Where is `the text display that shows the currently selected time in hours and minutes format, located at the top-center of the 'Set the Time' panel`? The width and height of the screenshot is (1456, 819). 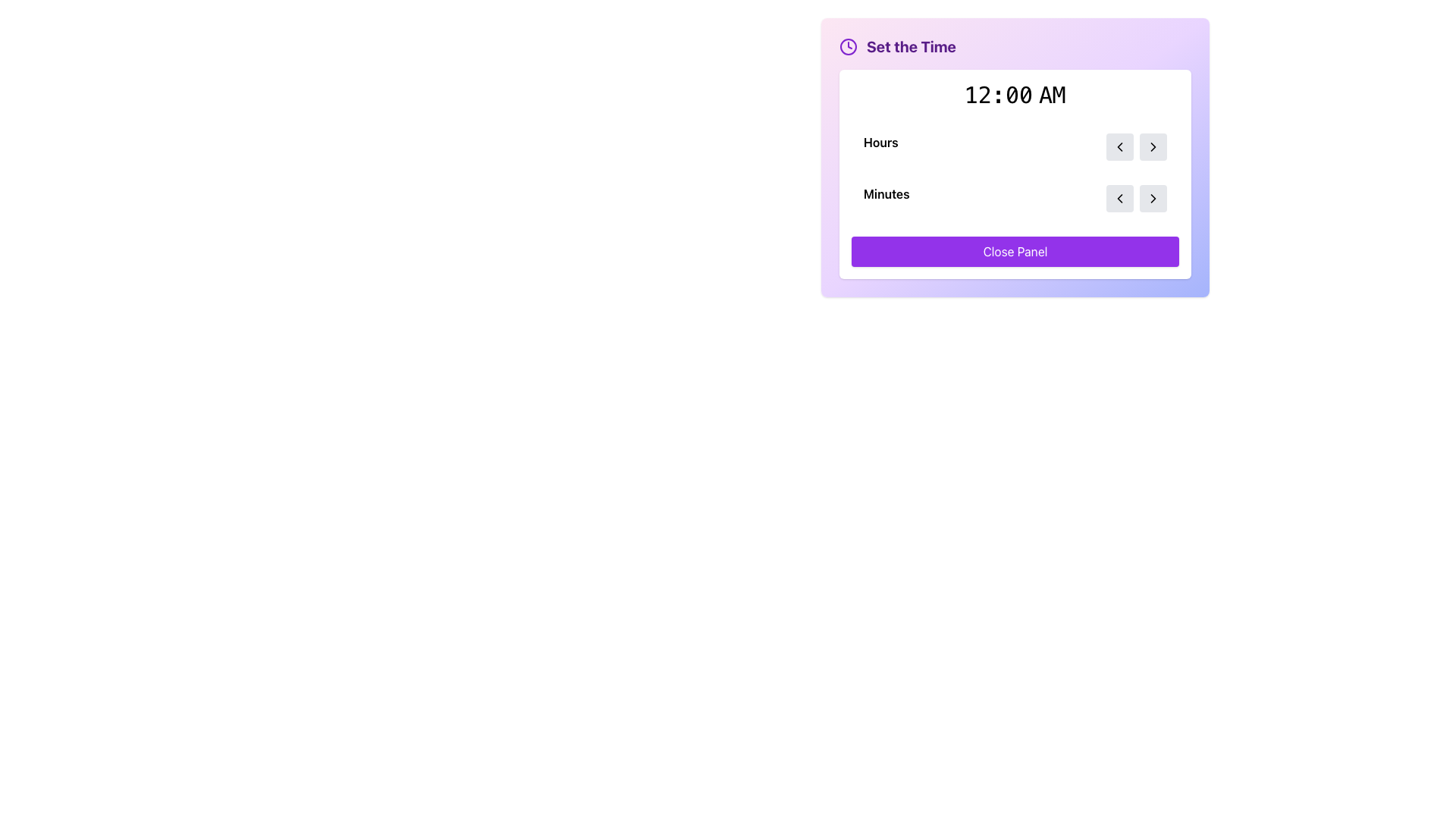 the text display that shows the currently selected time in hours and minutes format, located at the top-center of the 'Set the Time' panel is located at coordinates (1015, 96).